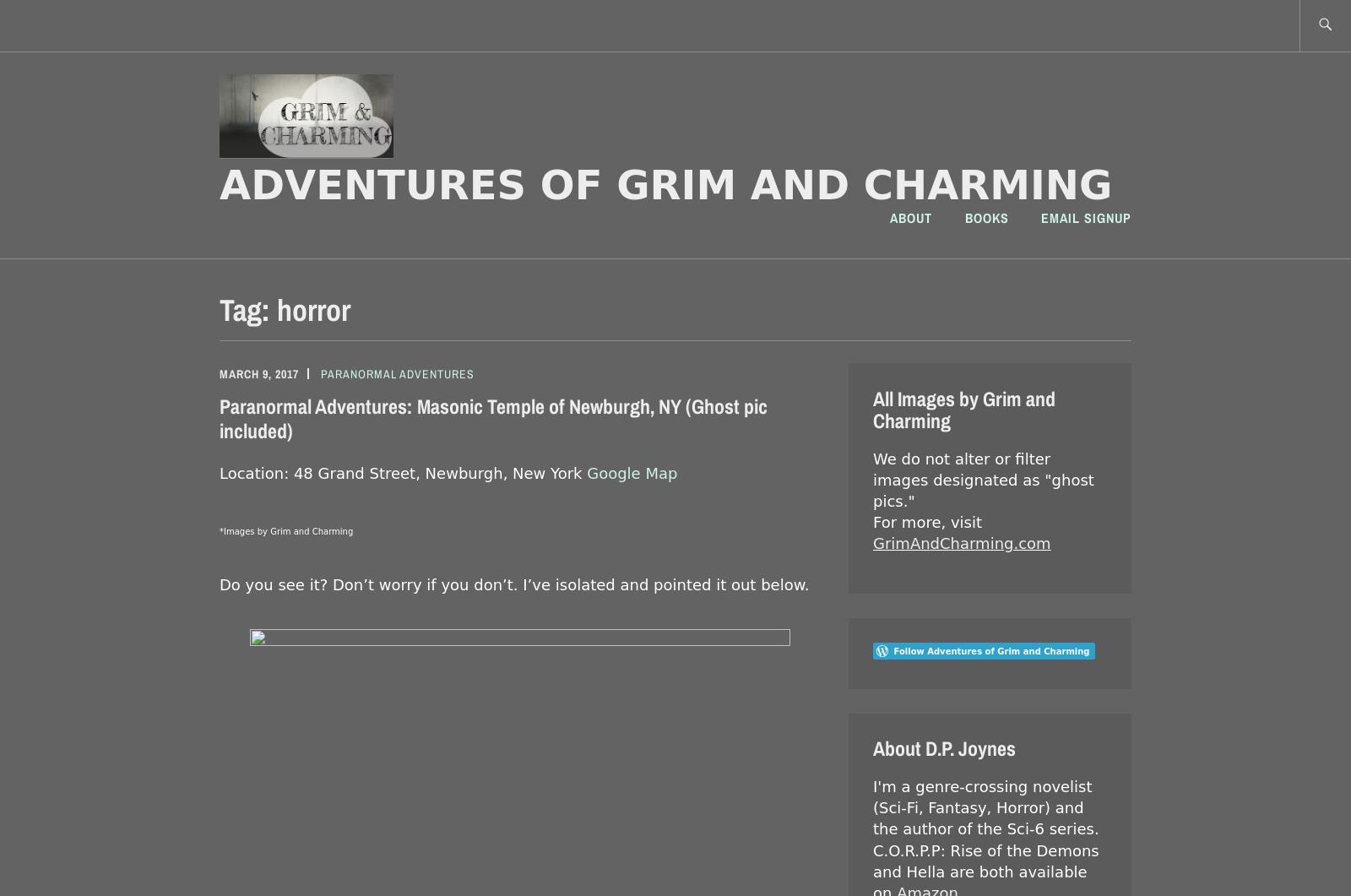  What do you see at coordinates (986, 217) in the screenshot?
I see `'Books'` at bounding box center [986, 217].